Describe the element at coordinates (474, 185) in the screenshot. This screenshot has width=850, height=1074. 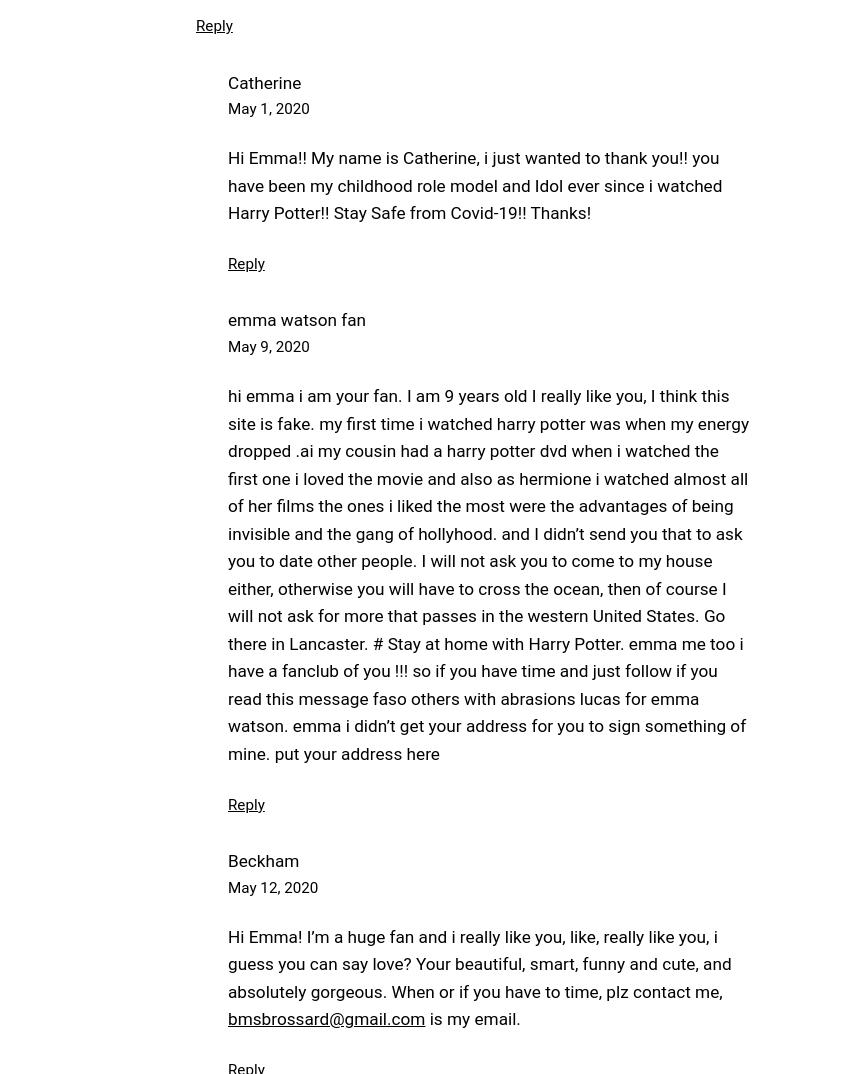
I see `'Hi Emma!! My name is Catherine, i just wanted to thank you!! you have been my childhood role model and Idol ever since i watched Harry Potter!! Stay Safe from Covid-19!! Thanks!'` at that location.